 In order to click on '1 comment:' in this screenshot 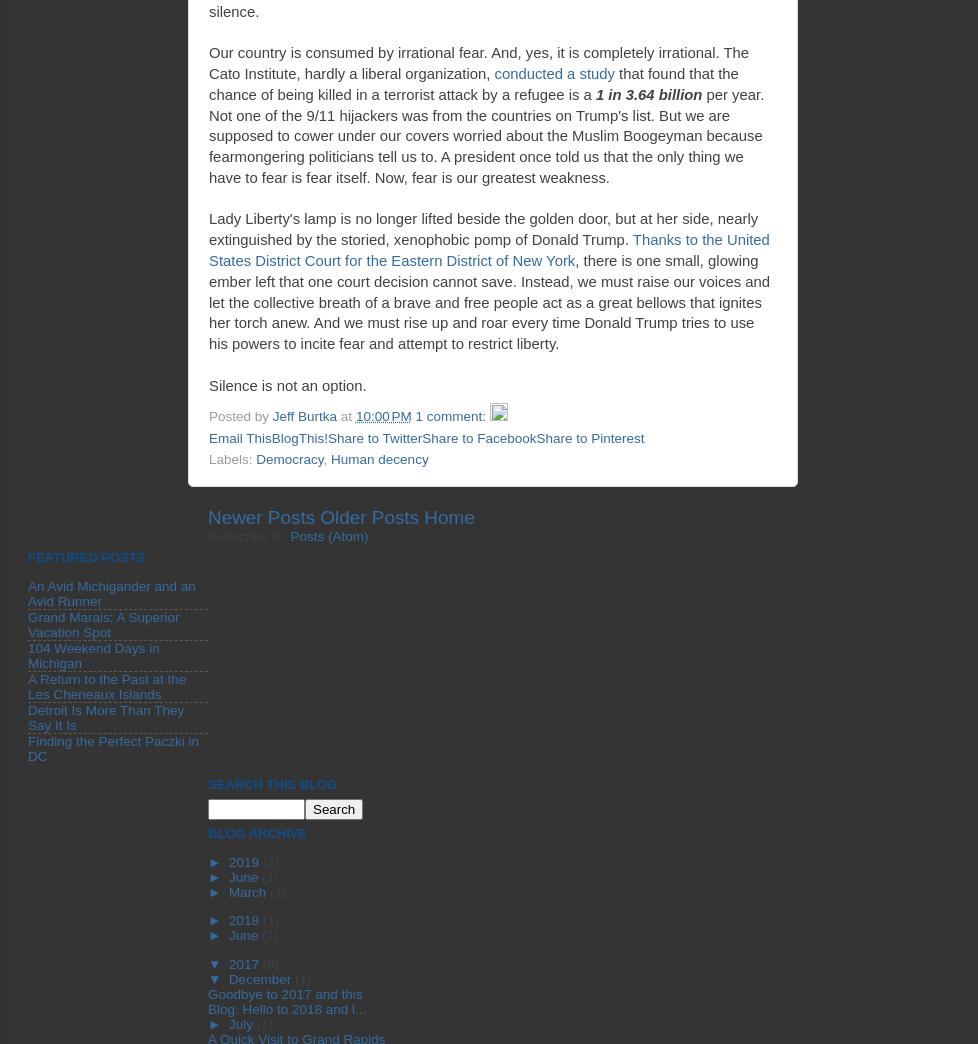, I will do `click(451, 415)`.